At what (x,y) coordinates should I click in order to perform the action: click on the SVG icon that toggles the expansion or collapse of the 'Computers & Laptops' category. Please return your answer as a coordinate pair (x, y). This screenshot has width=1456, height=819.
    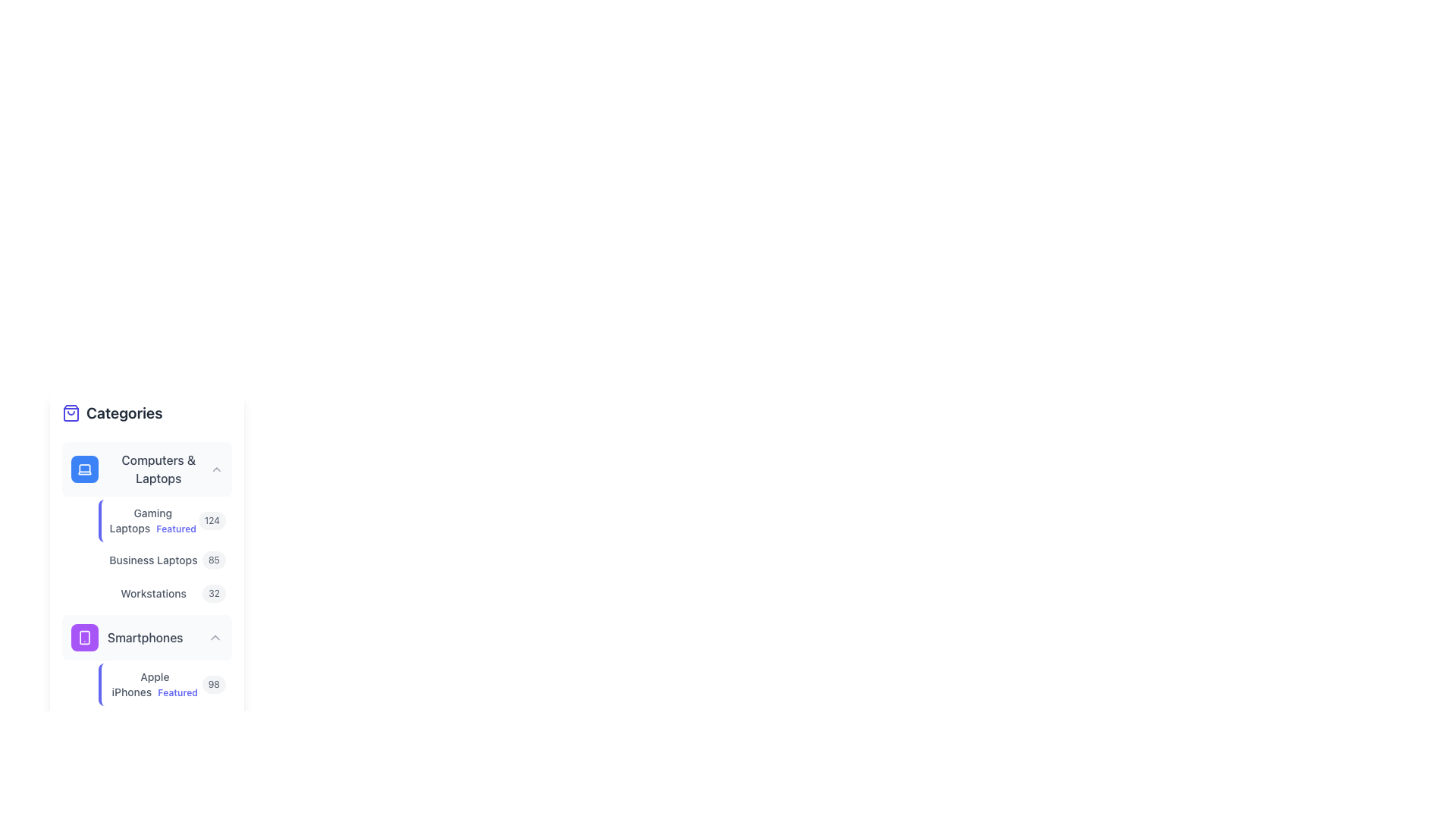
    Looking at the image, I should click on (215, 468).